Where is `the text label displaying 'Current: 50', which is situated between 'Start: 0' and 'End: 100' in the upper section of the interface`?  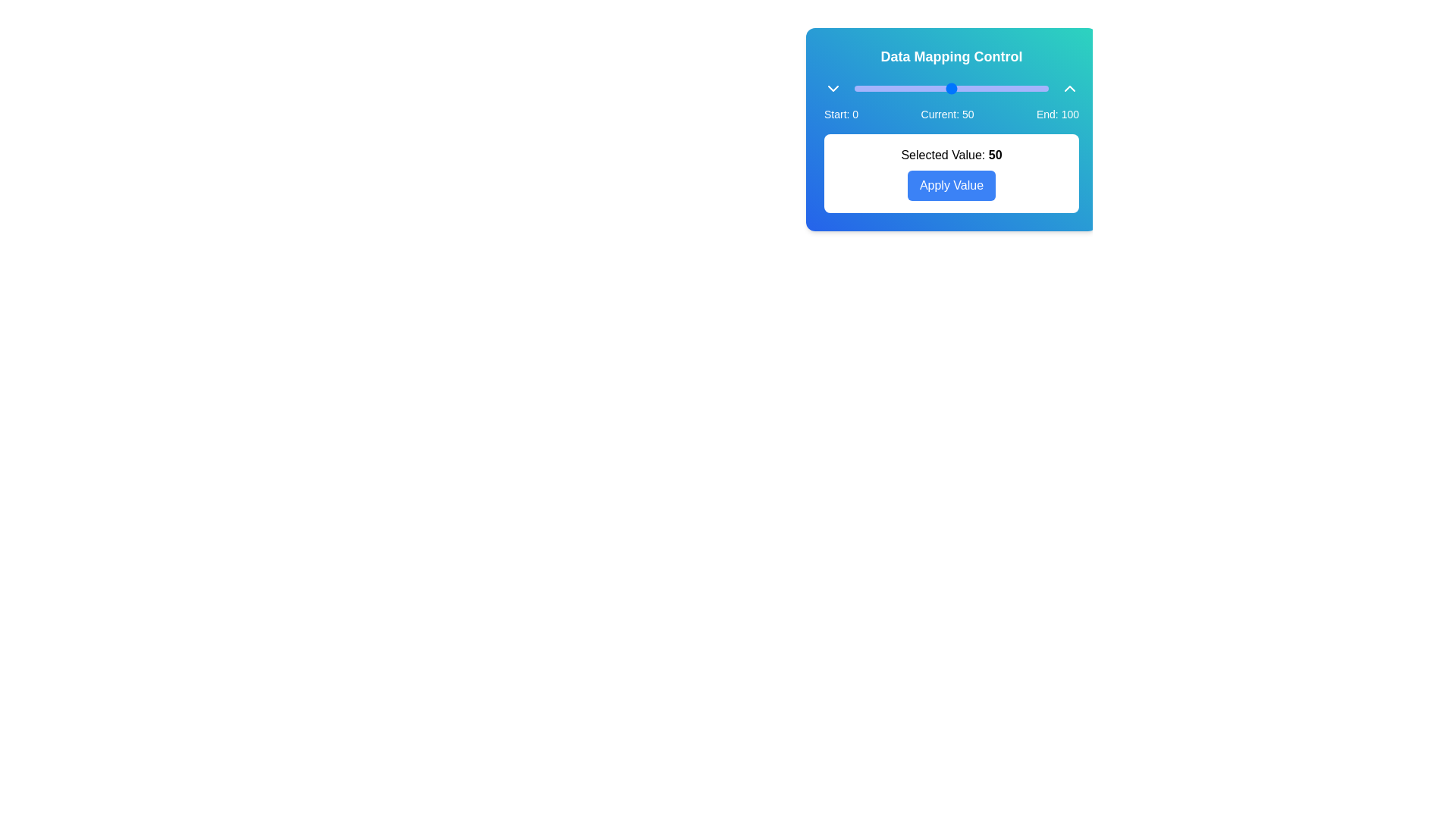 the text label displaying 'Current: 50', which is situated between 'Start: 0' and 'End: 100' in the upper section of the interface is located at coordinates (946, 113).